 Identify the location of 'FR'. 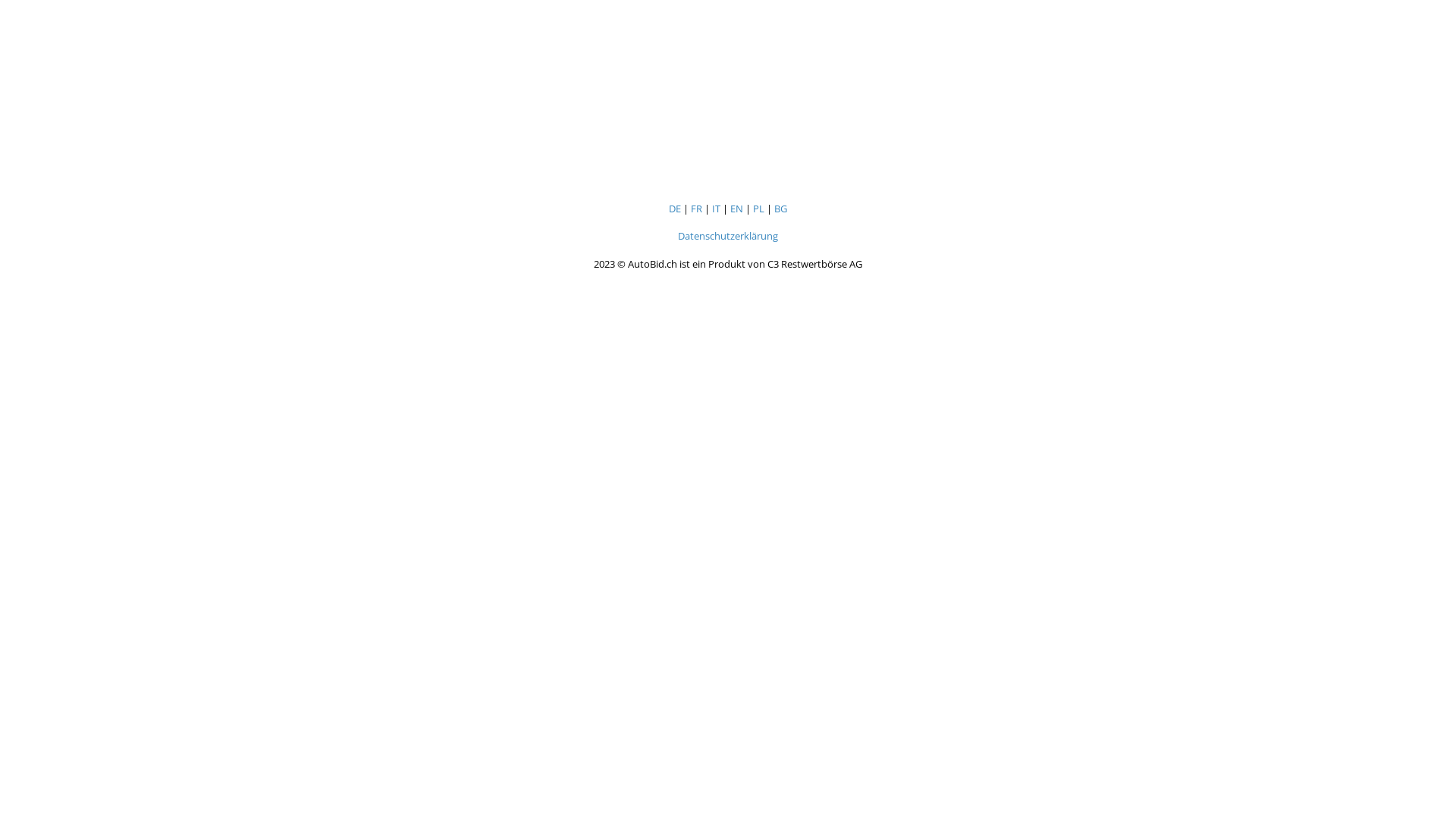
(695, 208).